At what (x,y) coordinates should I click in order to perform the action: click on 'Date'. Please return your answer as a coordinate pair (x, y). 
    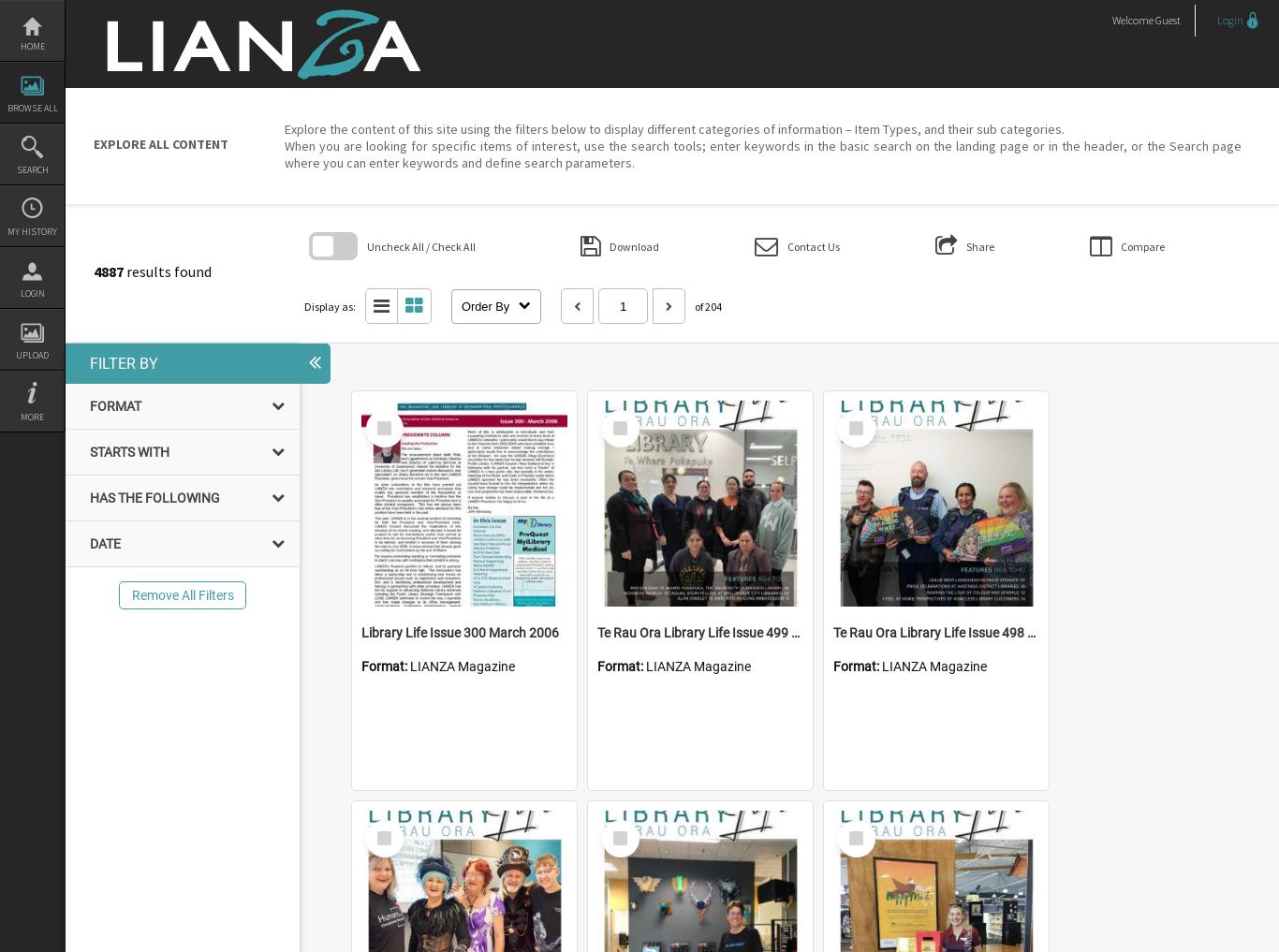
    Looking at the image, I should click on (105, 543).